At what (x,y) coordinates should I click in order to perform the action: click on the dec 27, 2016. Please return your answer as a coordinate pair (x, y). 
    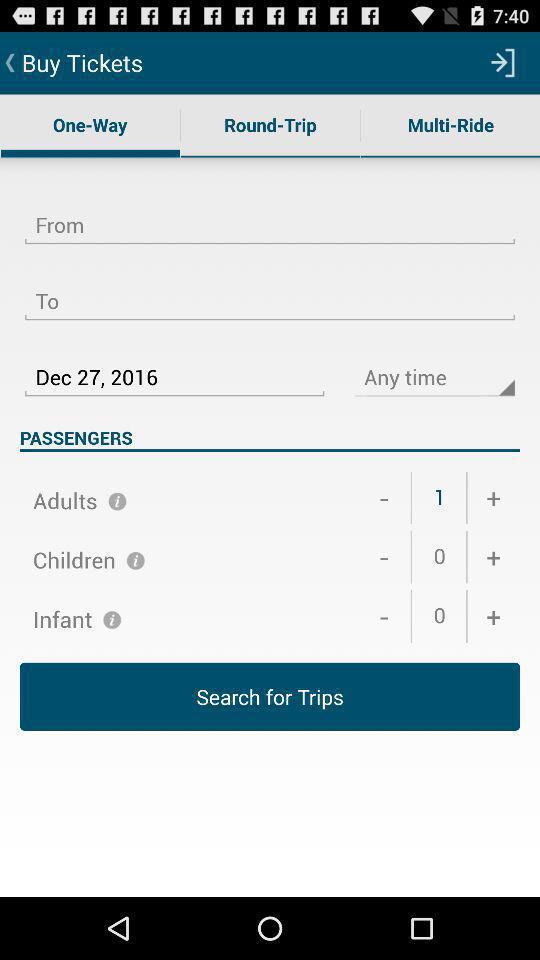
    Looking at the image, I should click on (174, 364).